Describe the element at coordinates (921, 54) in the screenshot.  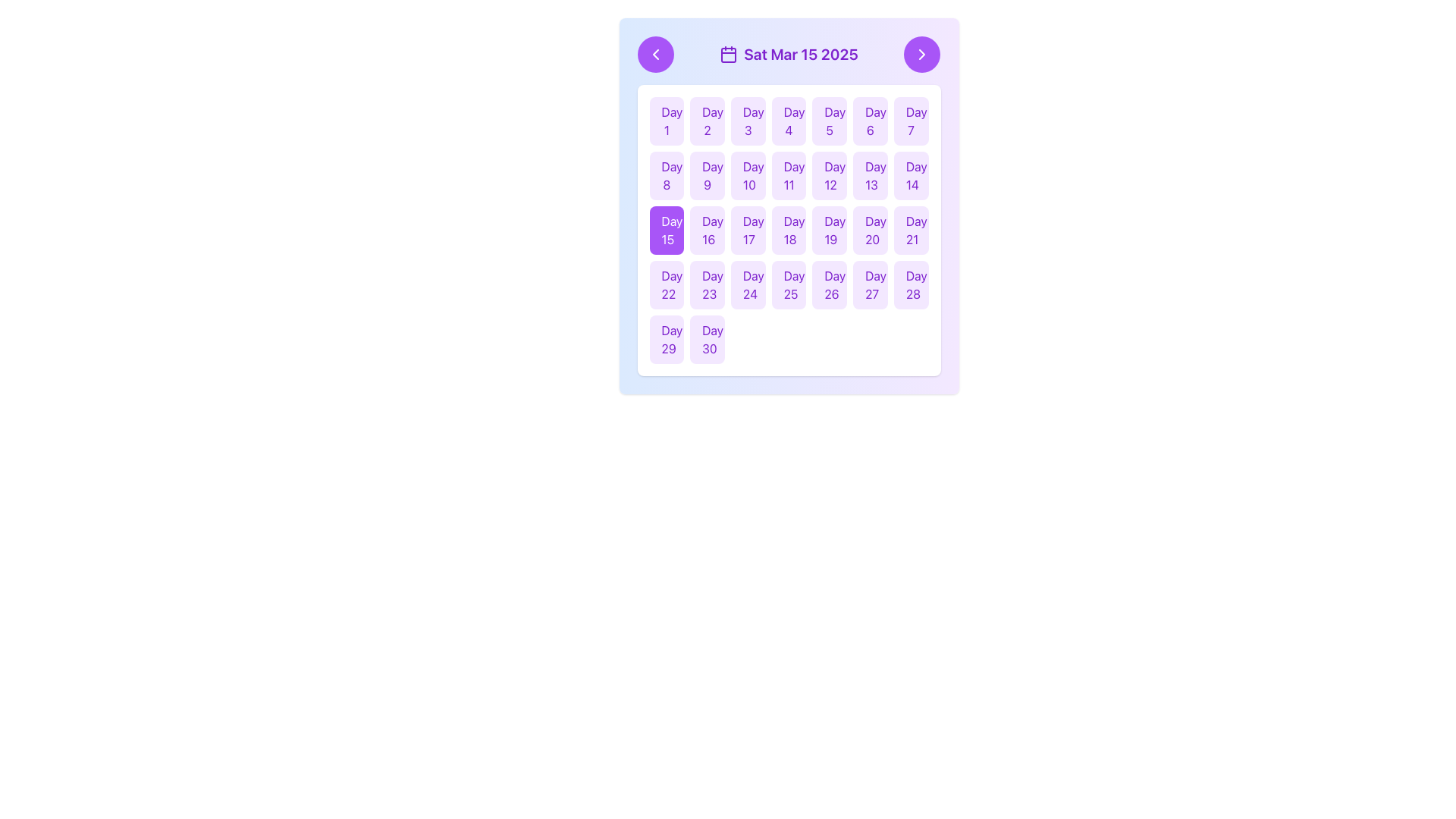
I see `the right-facing chevron icon, which is part of a purple circular button located in the top-right corner of the calendar interface` at that location.